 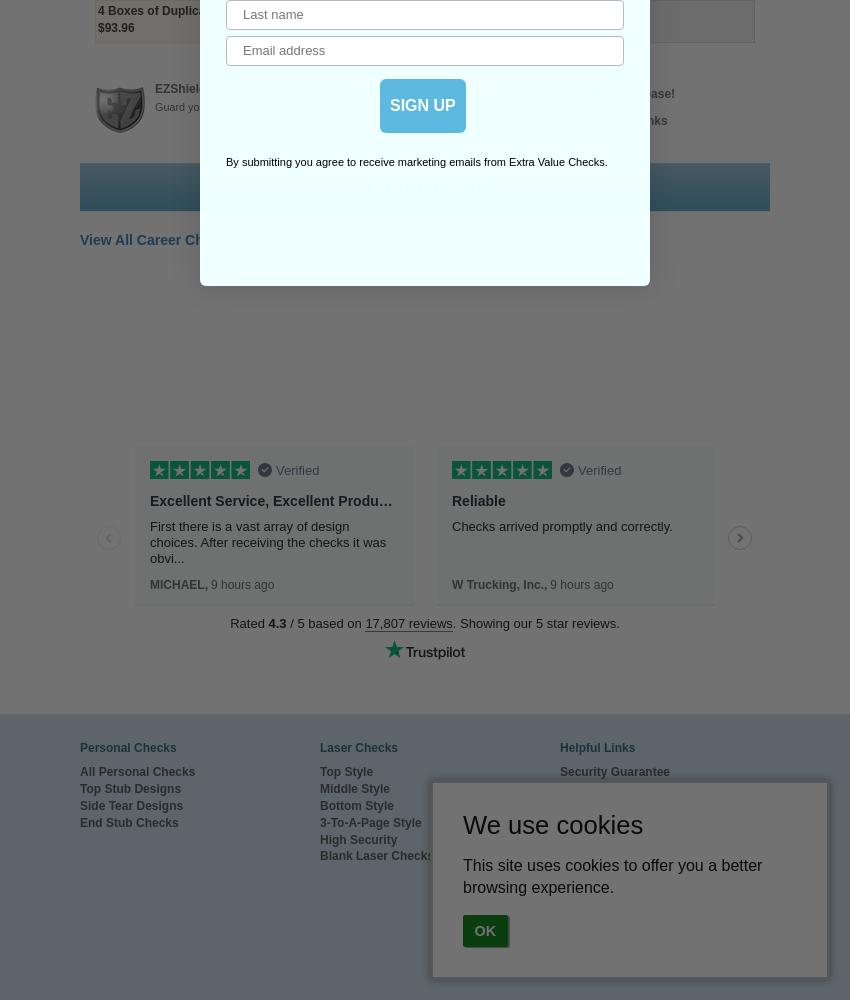 What do you see at coordinates (156, 238) in the screenshot?
I see `'View All Career Checks'` at bounding box center [156, 238].